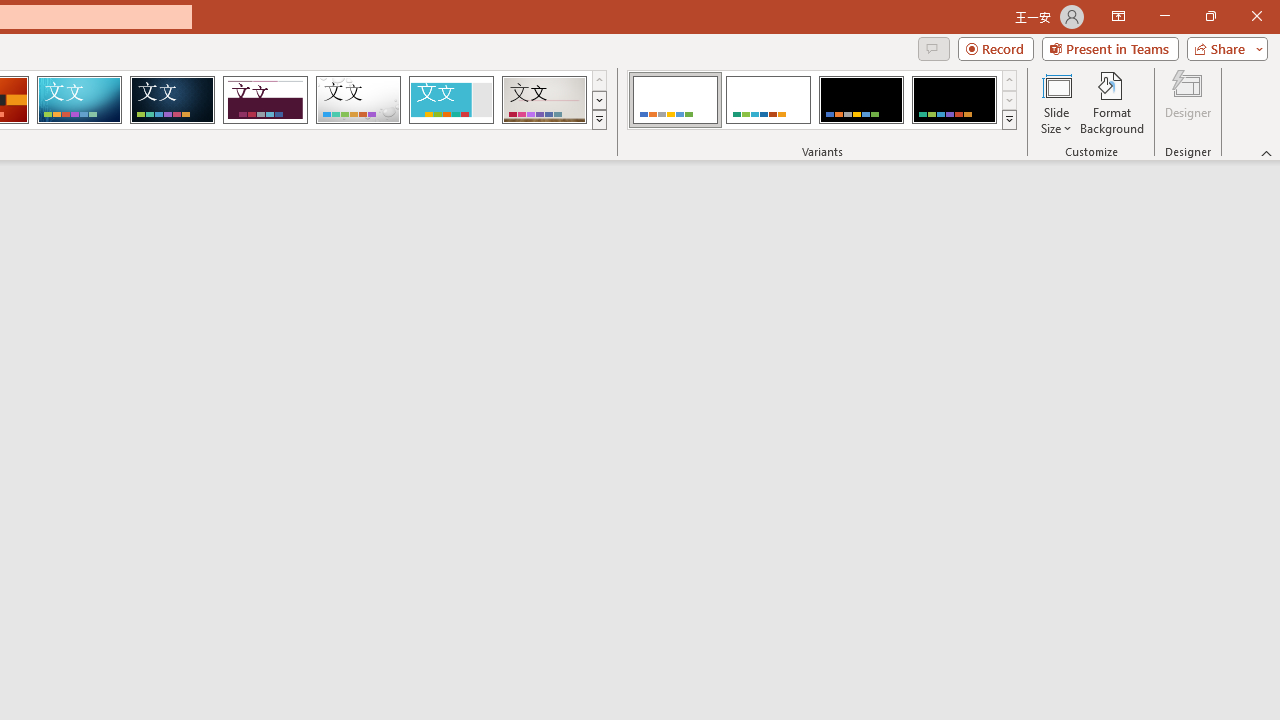  Describe the element at coordinates (1188, 103) in the screenshot. I see `'Designer'` at that location.